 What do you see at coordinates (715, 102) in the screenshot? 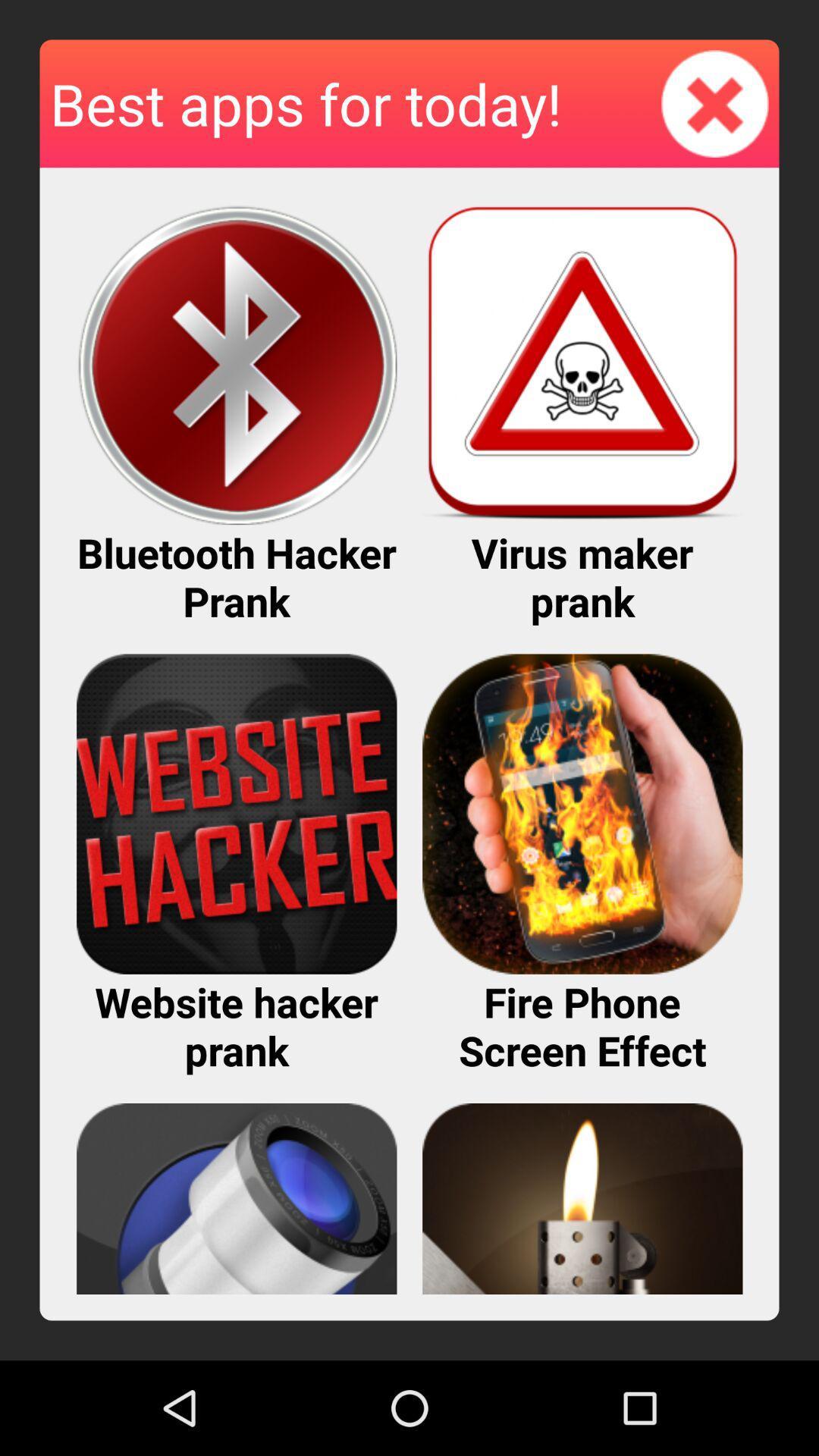
I see `exit current screen` at bounding box center [715, 102].